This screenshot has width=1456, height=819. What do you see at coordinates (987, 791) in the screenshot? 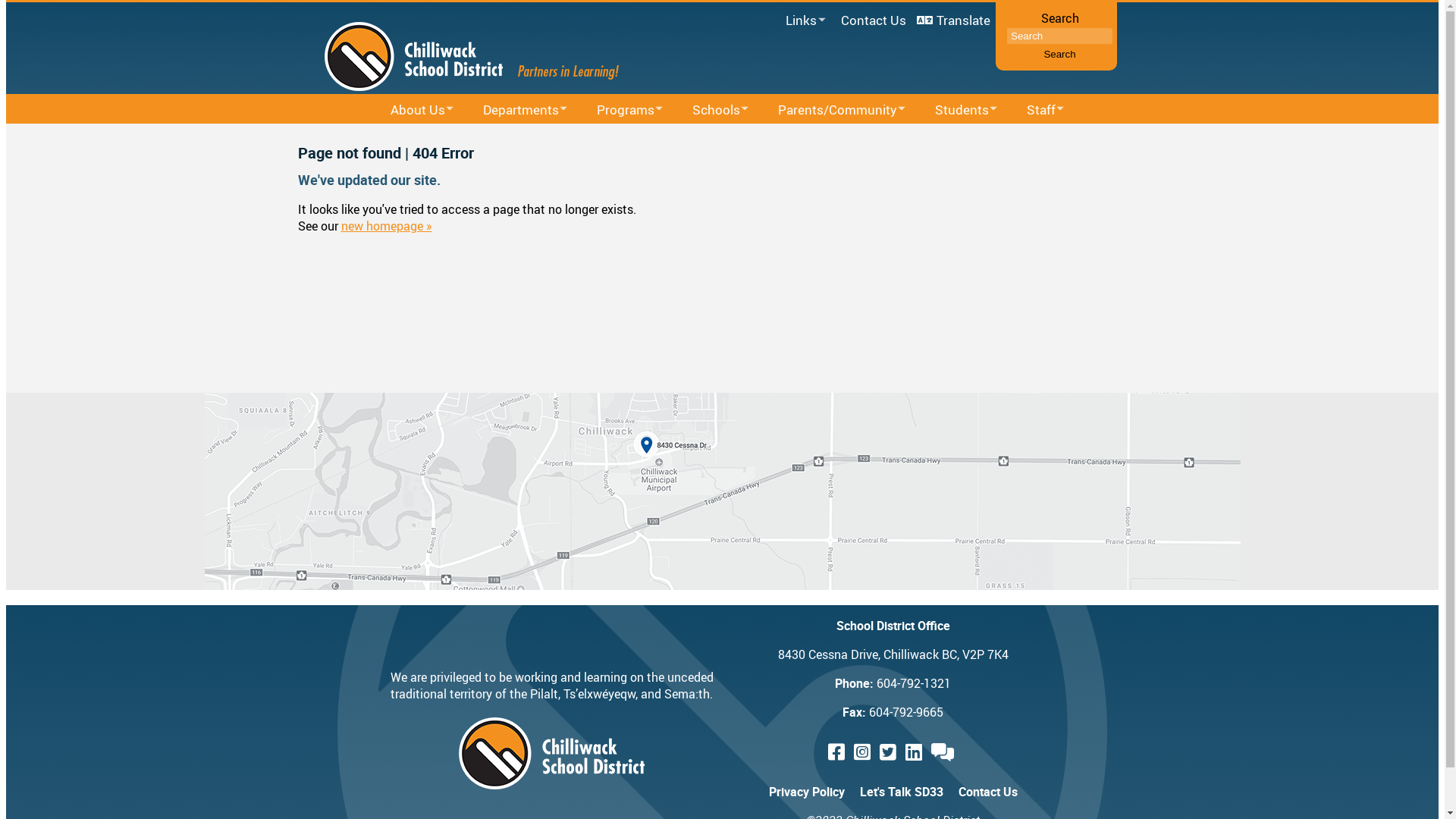
I see `'Contact Us'` at bounding box center [987, 791].